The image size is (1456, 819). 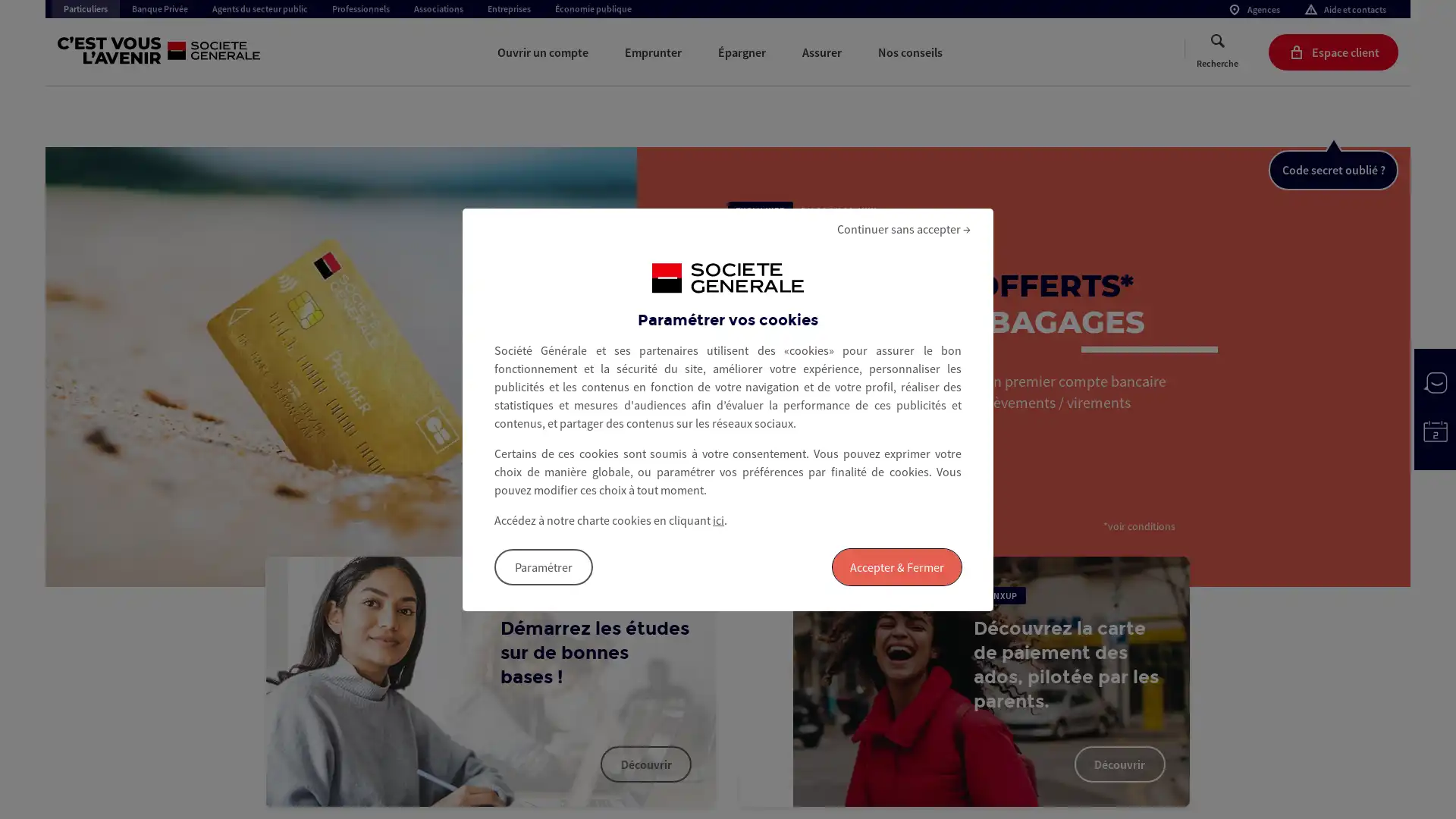 I want to click on PARTENARIAT ECOLES Demarrez les etudes sur de bonnes bases ! Decouvrir Demarrez les etudes sur de bonnes bases, so click(x=491, y=680).